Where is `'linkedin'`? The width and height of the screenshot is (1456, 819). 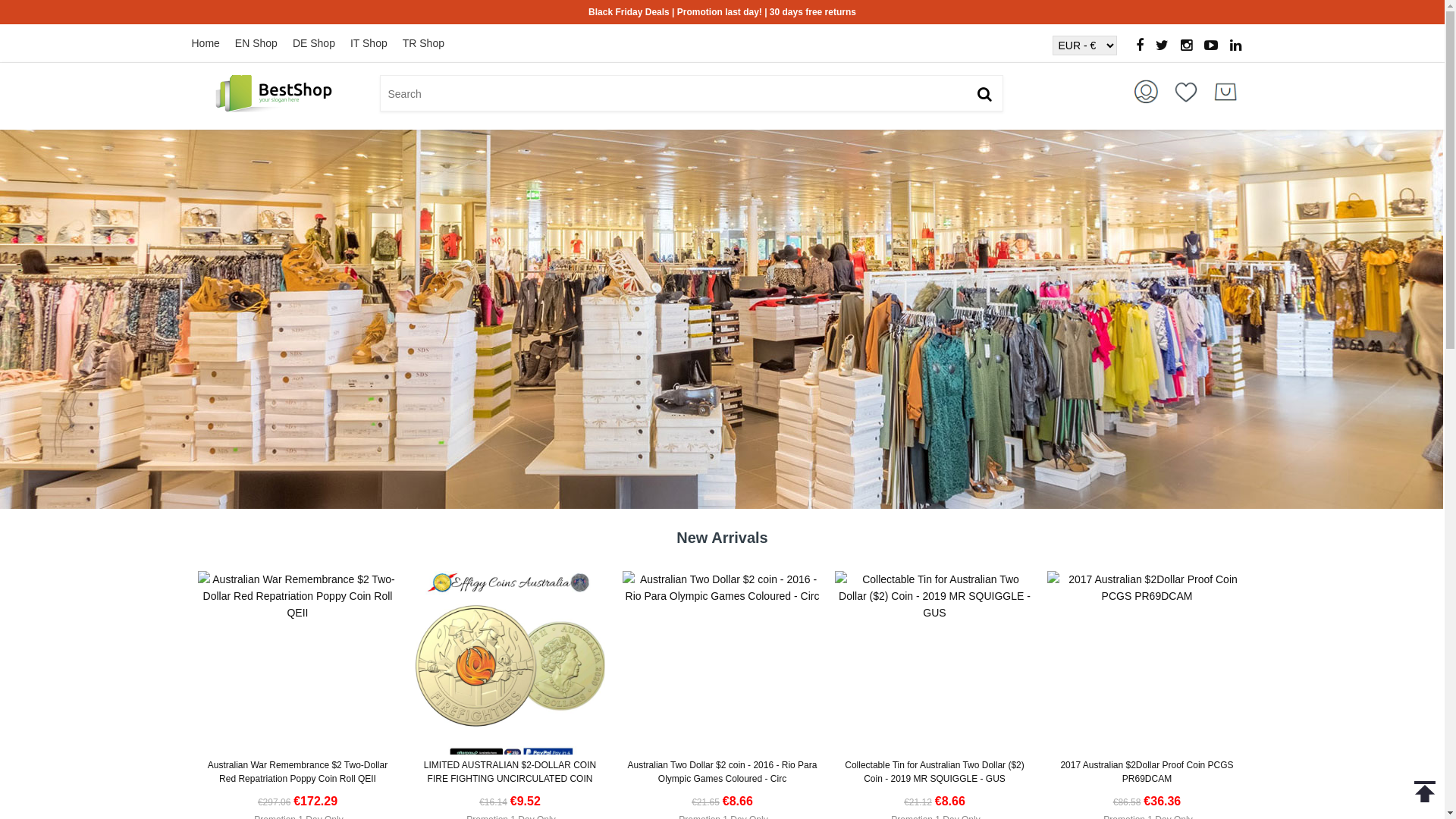 'linkedin' is located at coordinates (1235, 45).